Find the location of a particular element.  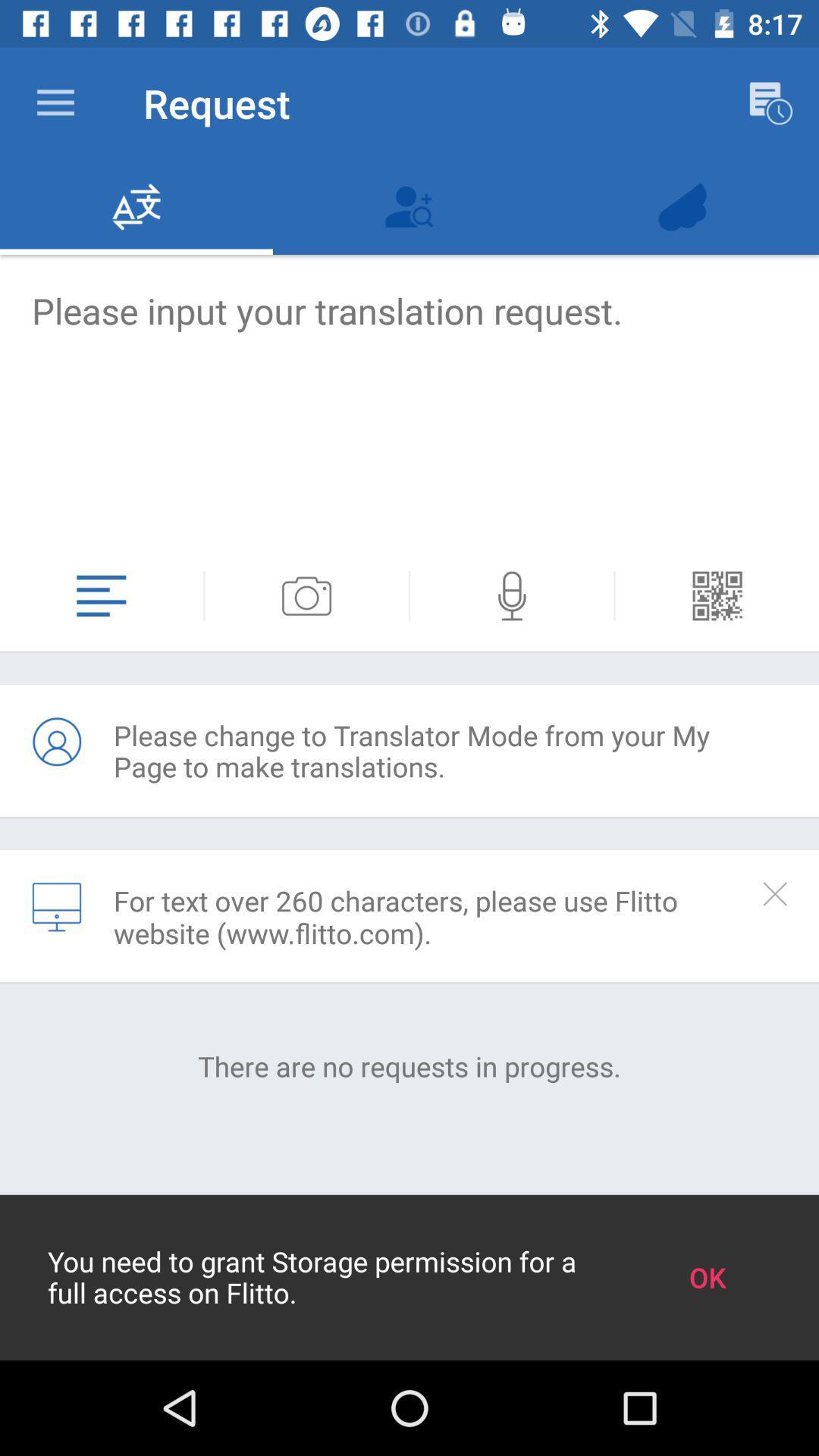

click camera image is located at coordinates (306, 595).